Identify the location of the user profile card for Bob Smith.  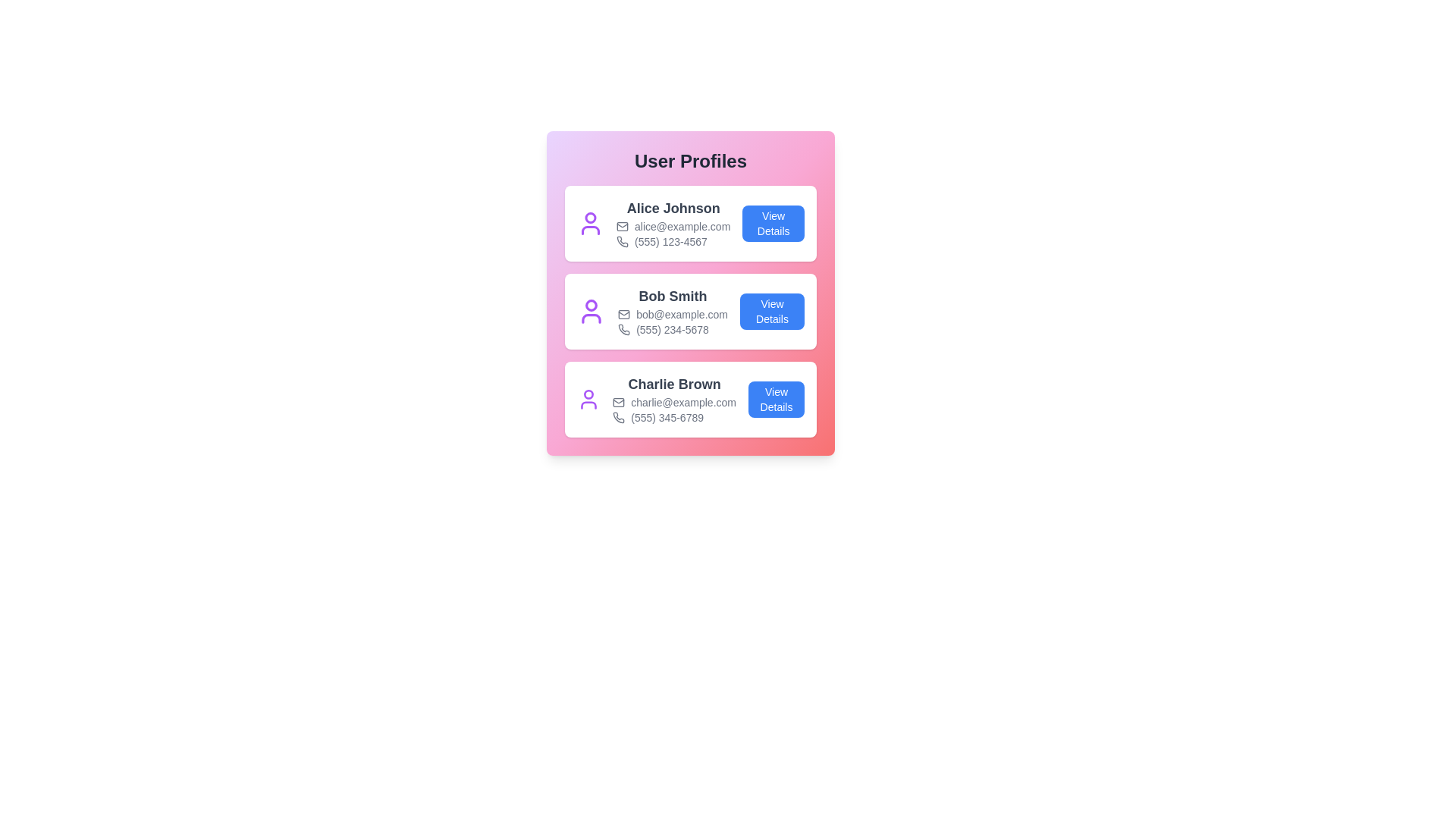
(690, 311).